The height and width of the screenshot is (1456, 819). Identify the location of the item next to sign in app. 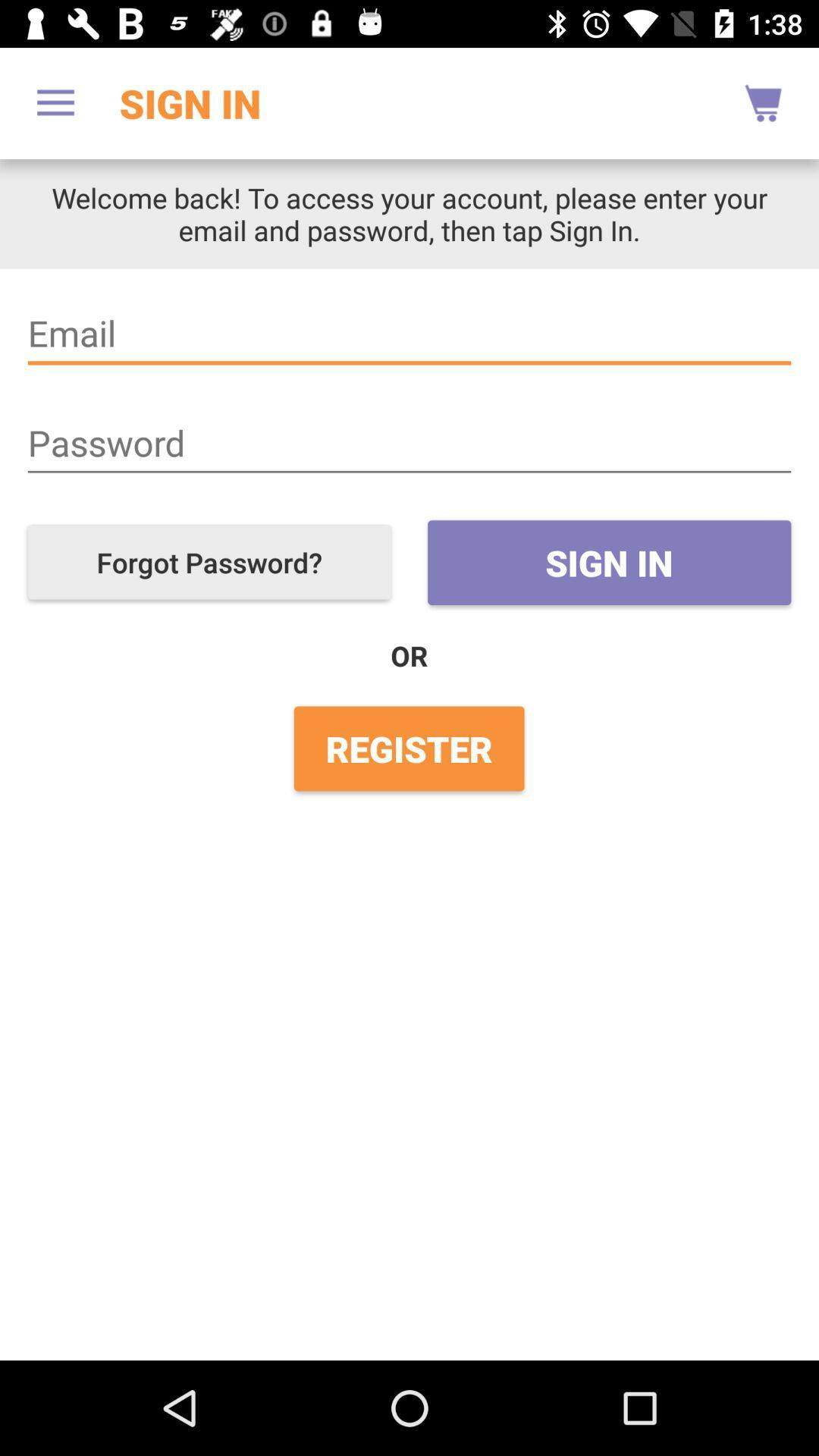
(763, 102).